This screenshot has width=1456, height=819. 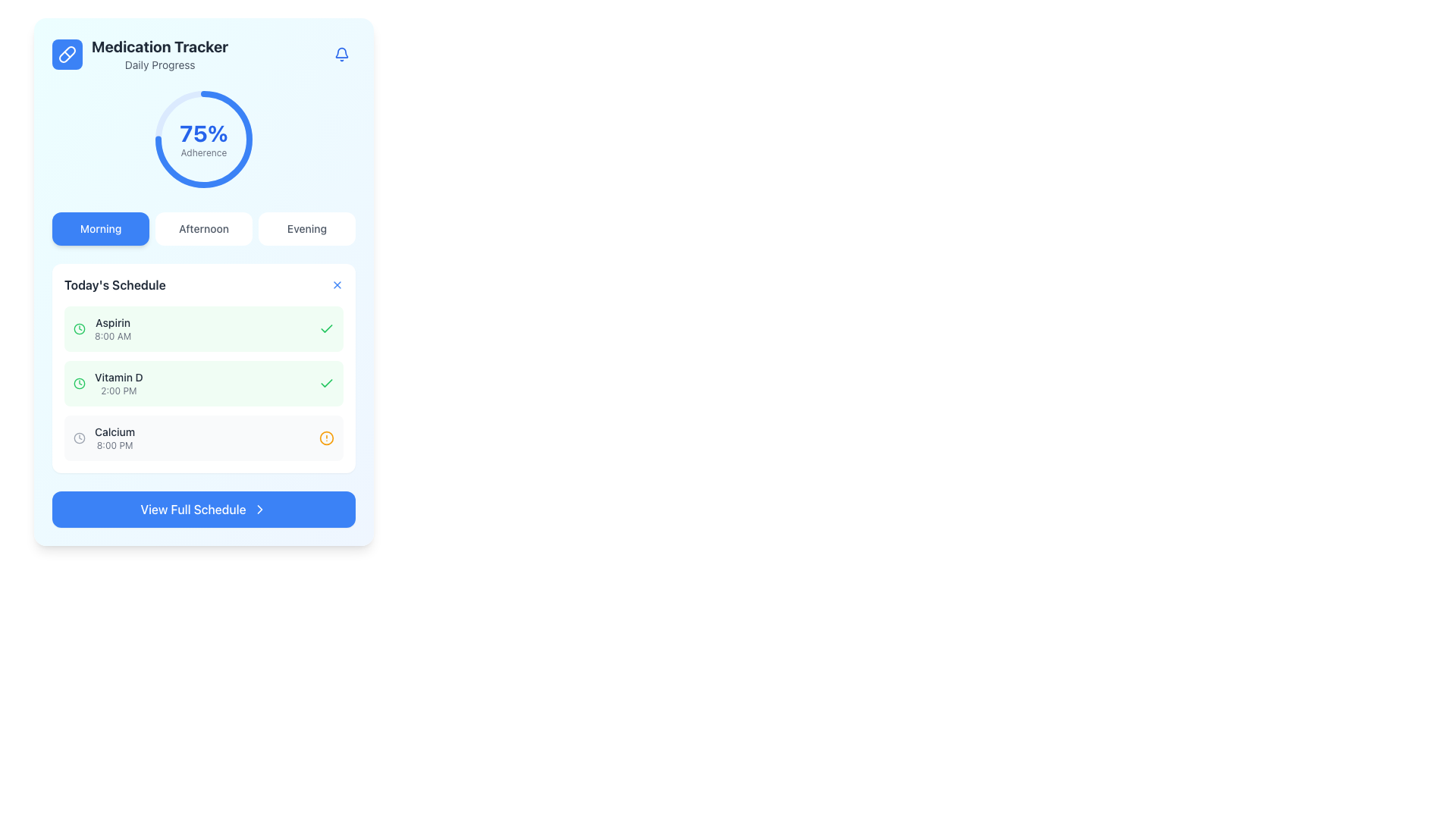 What do you see at coordinates (202, 140) in the screenshot?
I see `the percentage value displayed in the center of the circular progress indicator, which shows '75%' for adherence under the 'Medication Tracker' section` at bounding box center [202, 140].